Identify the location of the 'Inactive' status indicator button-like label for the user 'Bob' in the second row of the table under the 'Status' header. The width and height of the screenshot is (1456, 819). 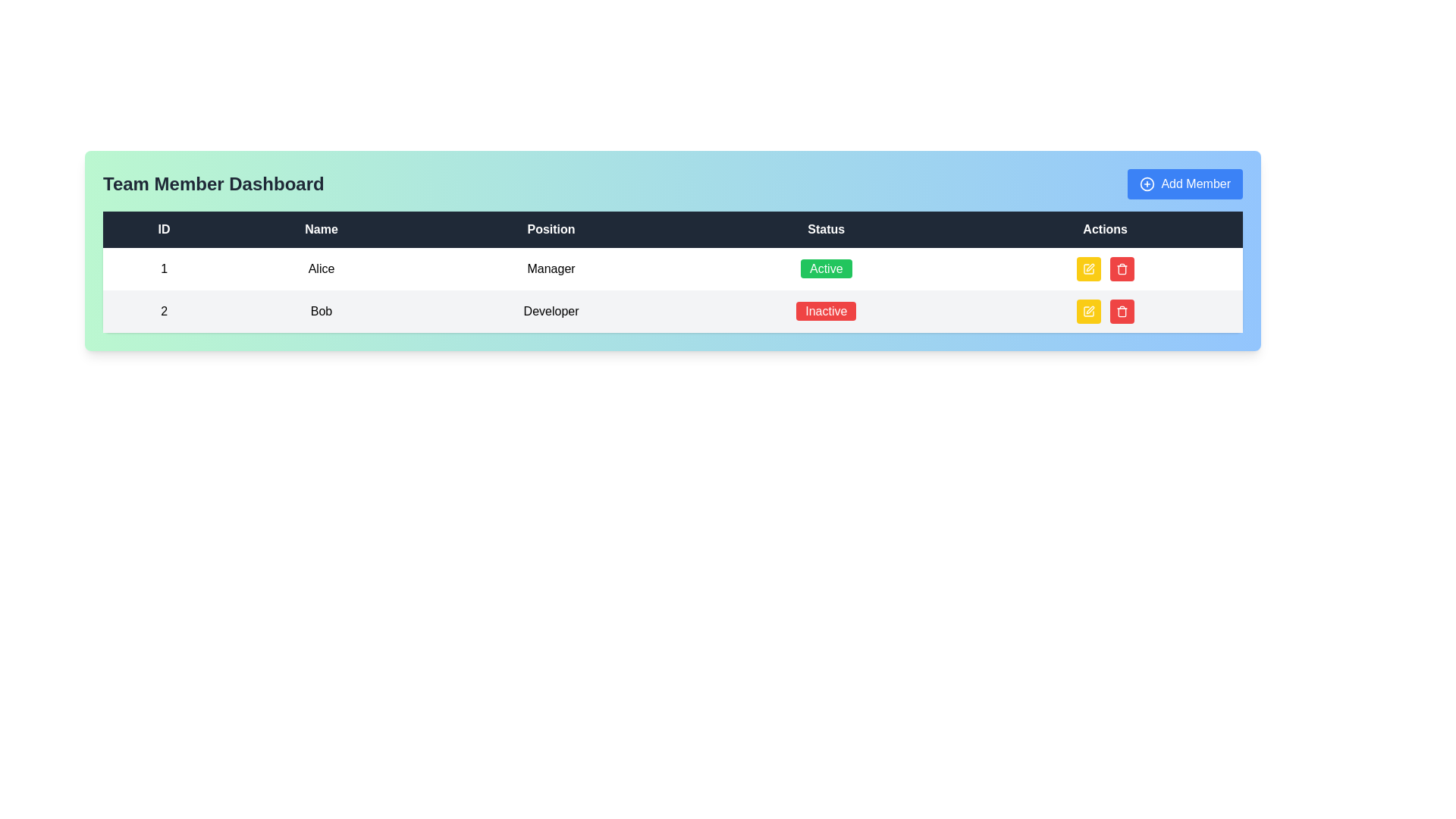
(825, 311).